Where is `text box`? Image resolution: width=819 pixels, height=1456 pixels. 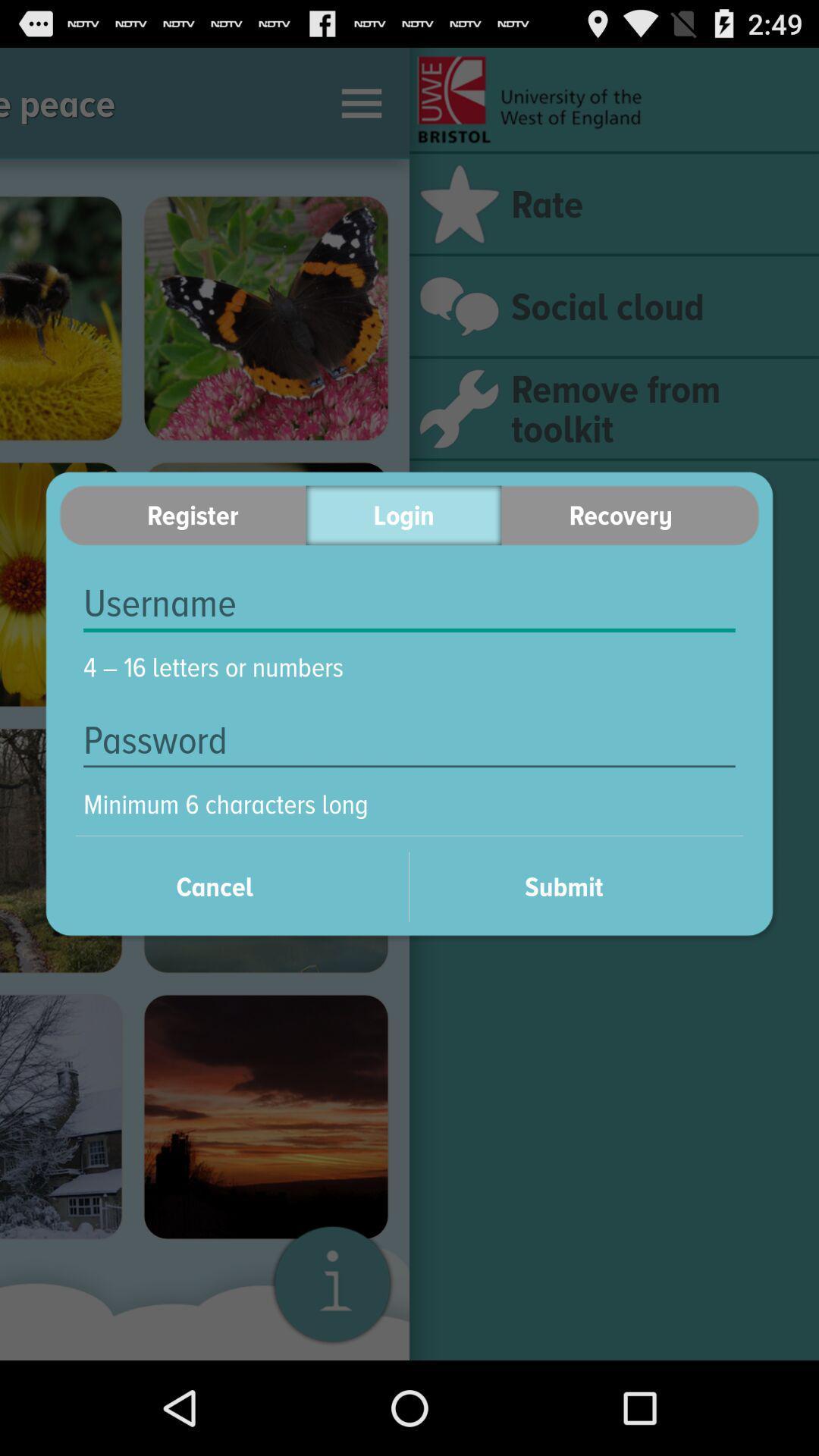 text box is located at coordinates (409, 603).